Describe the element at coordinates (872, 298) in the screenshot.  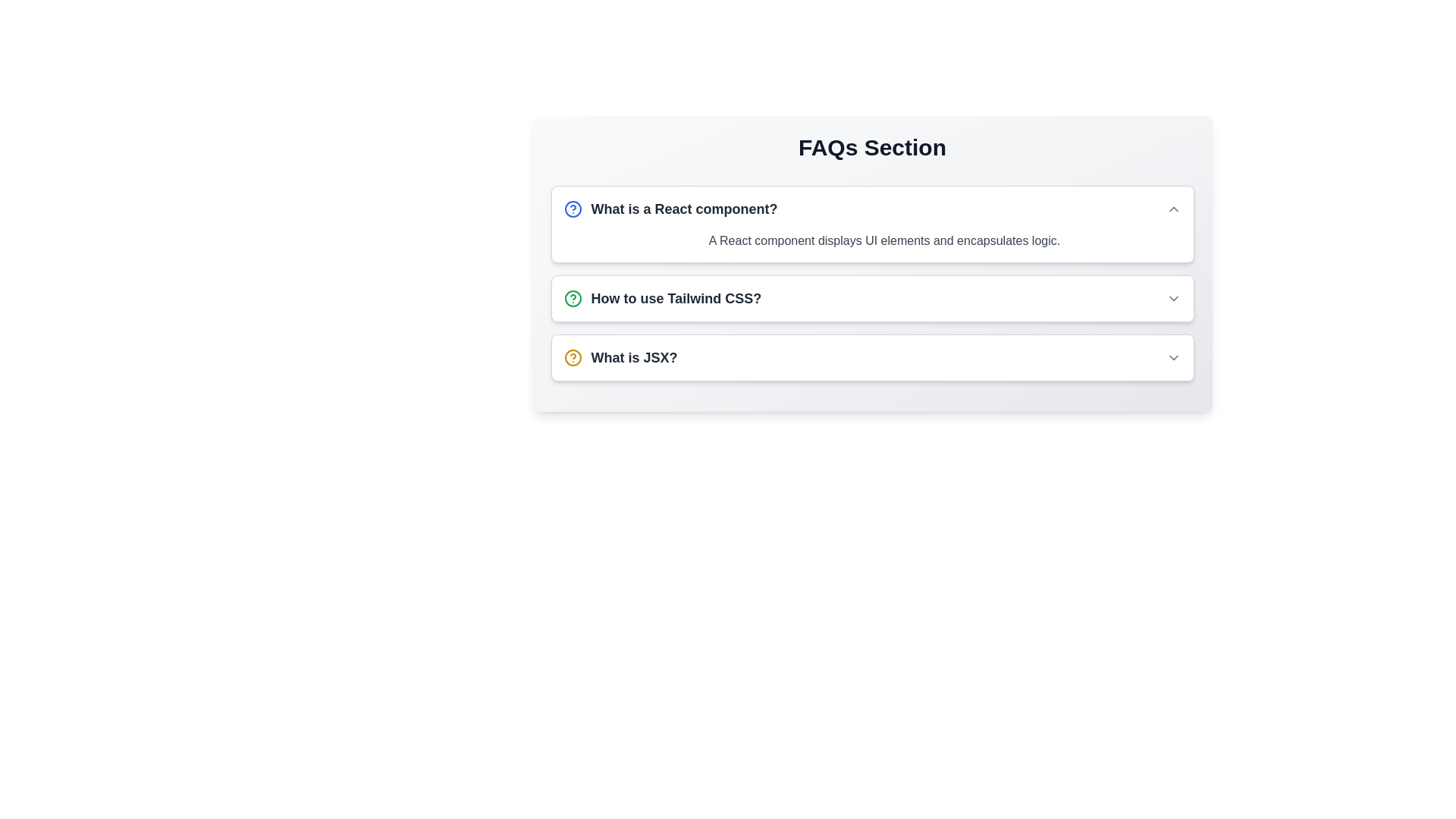
I see `the Collapsible FAQ item labeled 'How to use Tailwind CSS?'` at that location.